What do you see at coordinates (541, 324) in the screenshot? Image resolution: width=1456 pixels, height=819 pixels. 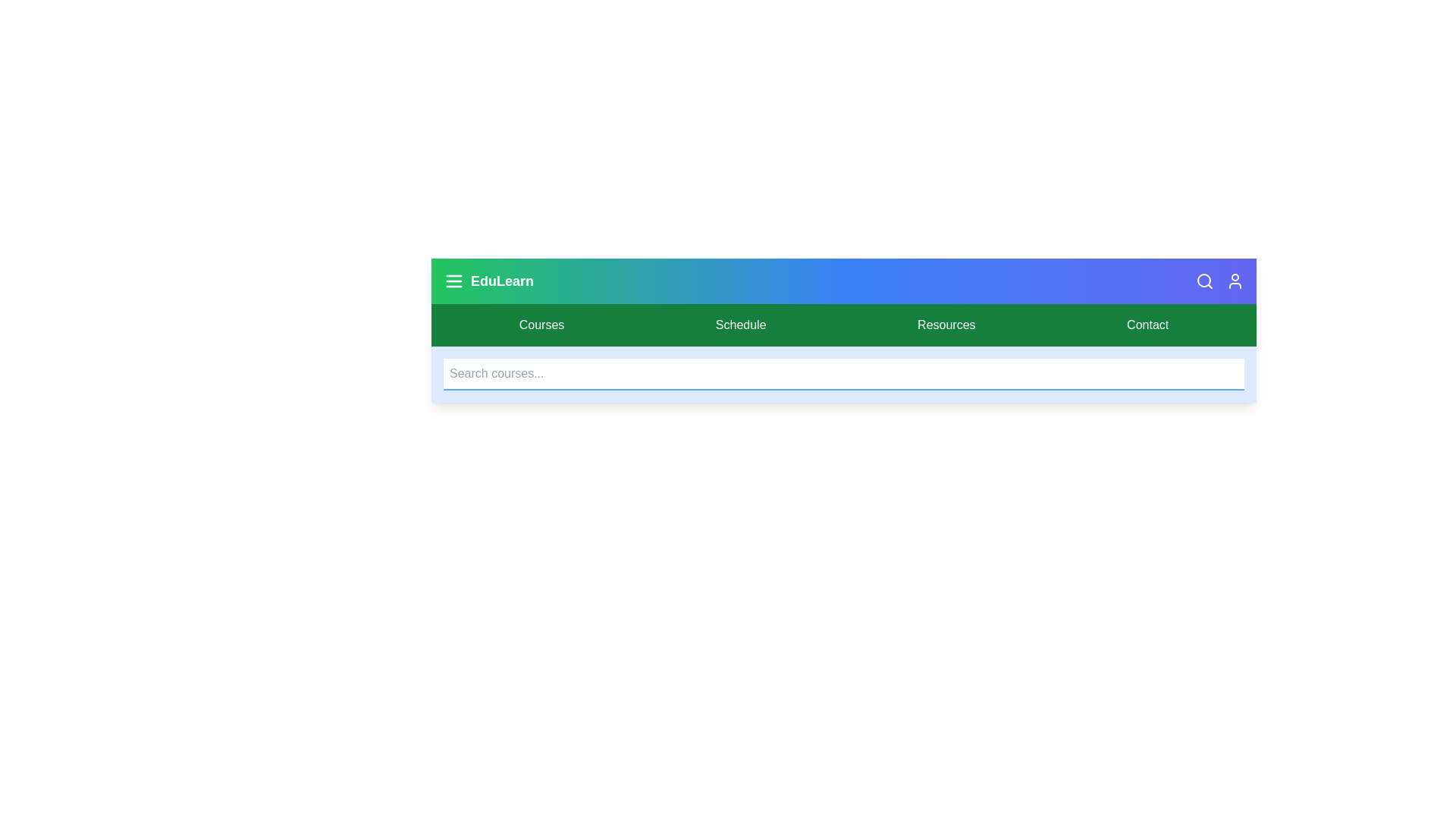 I see `the Courses navigation link` at bounding box center [541, 324].